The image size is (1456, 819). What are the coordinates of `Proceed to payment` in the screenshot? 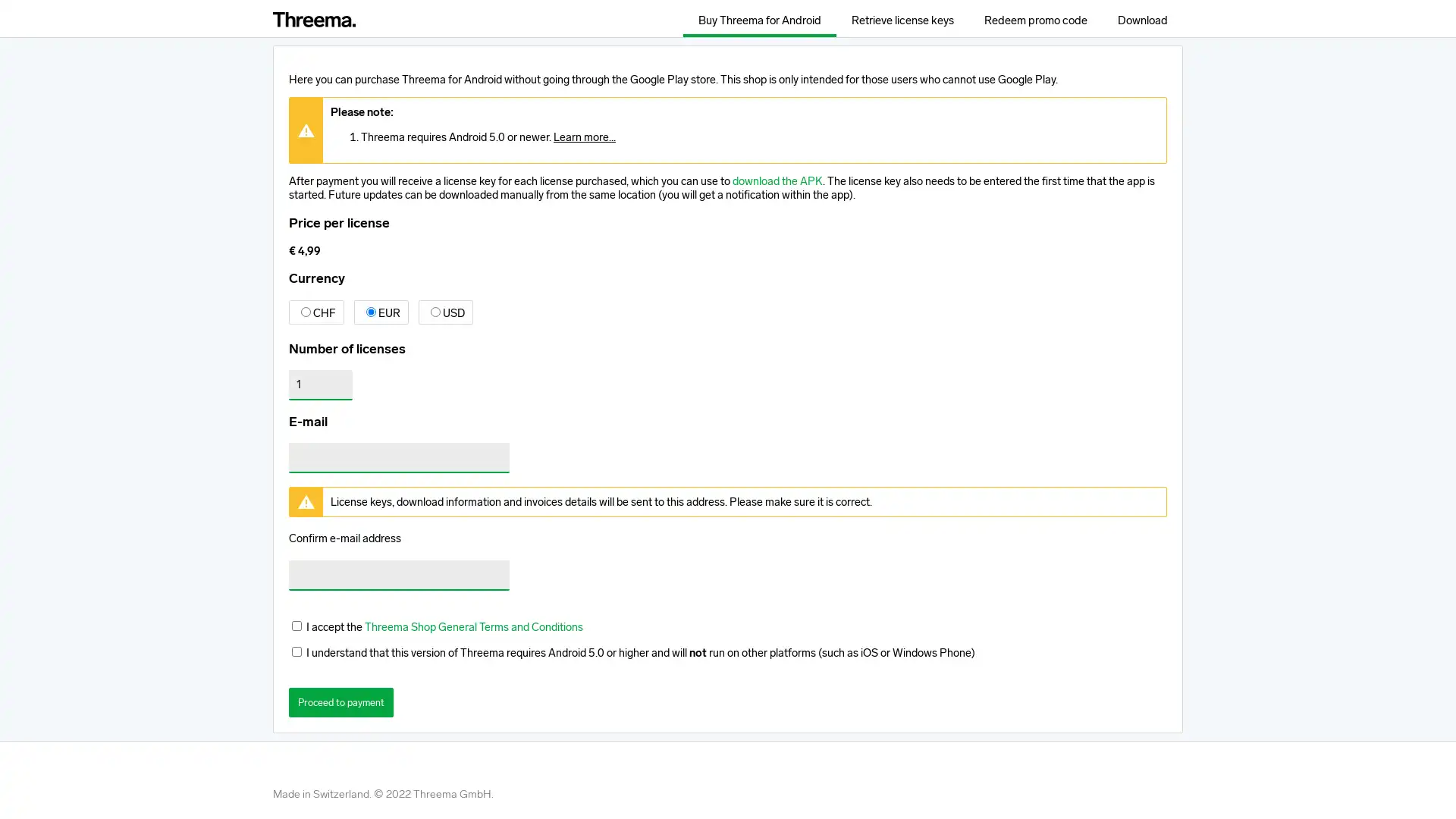 It's located at (340, 701).